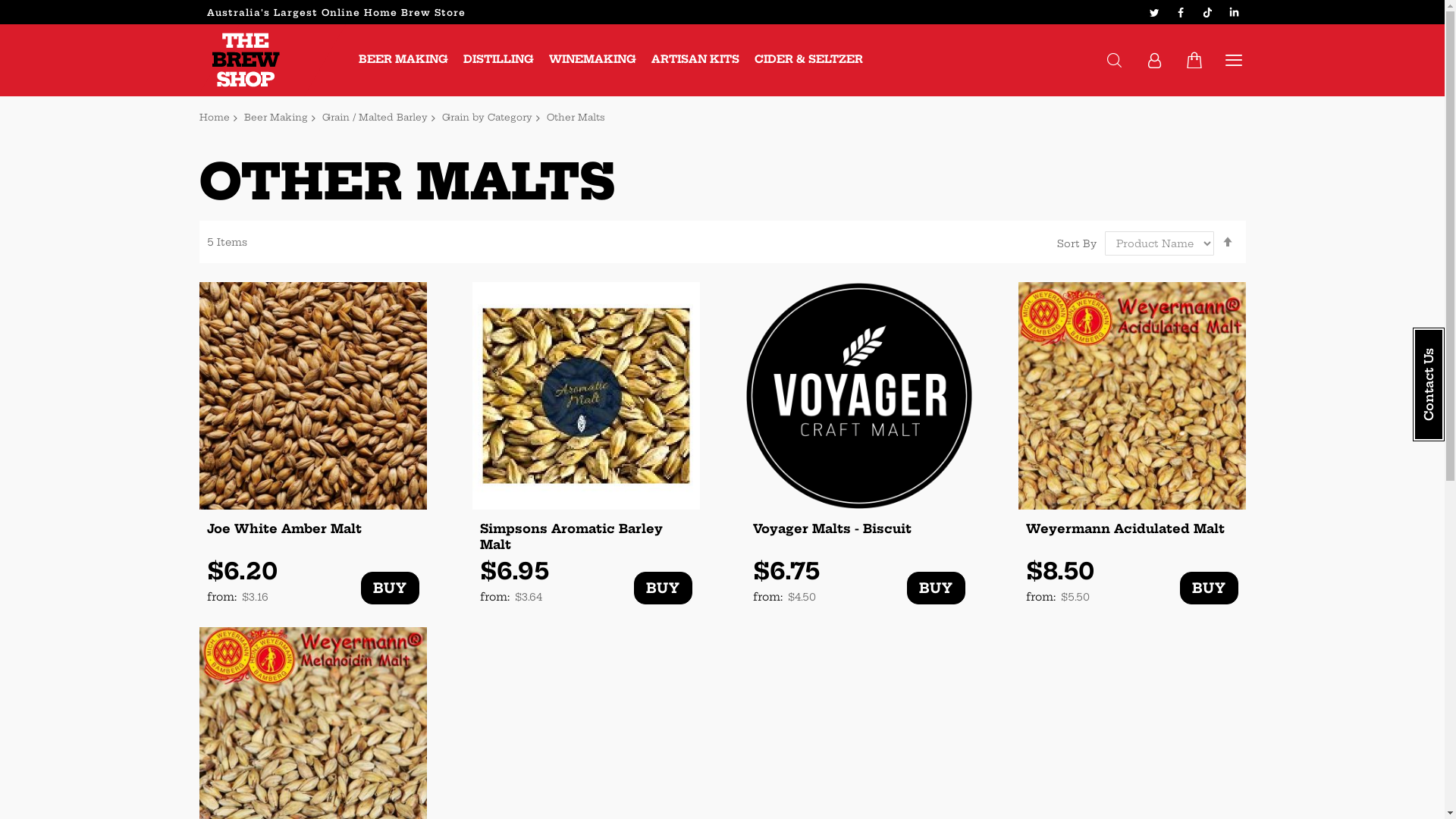 The height and width of the screenshot is (819, 1456). What do you see at coordinates (807, 58) in the screenshot?
I see `'CIDER & SELTZER'` at bounding box center [807, 58].